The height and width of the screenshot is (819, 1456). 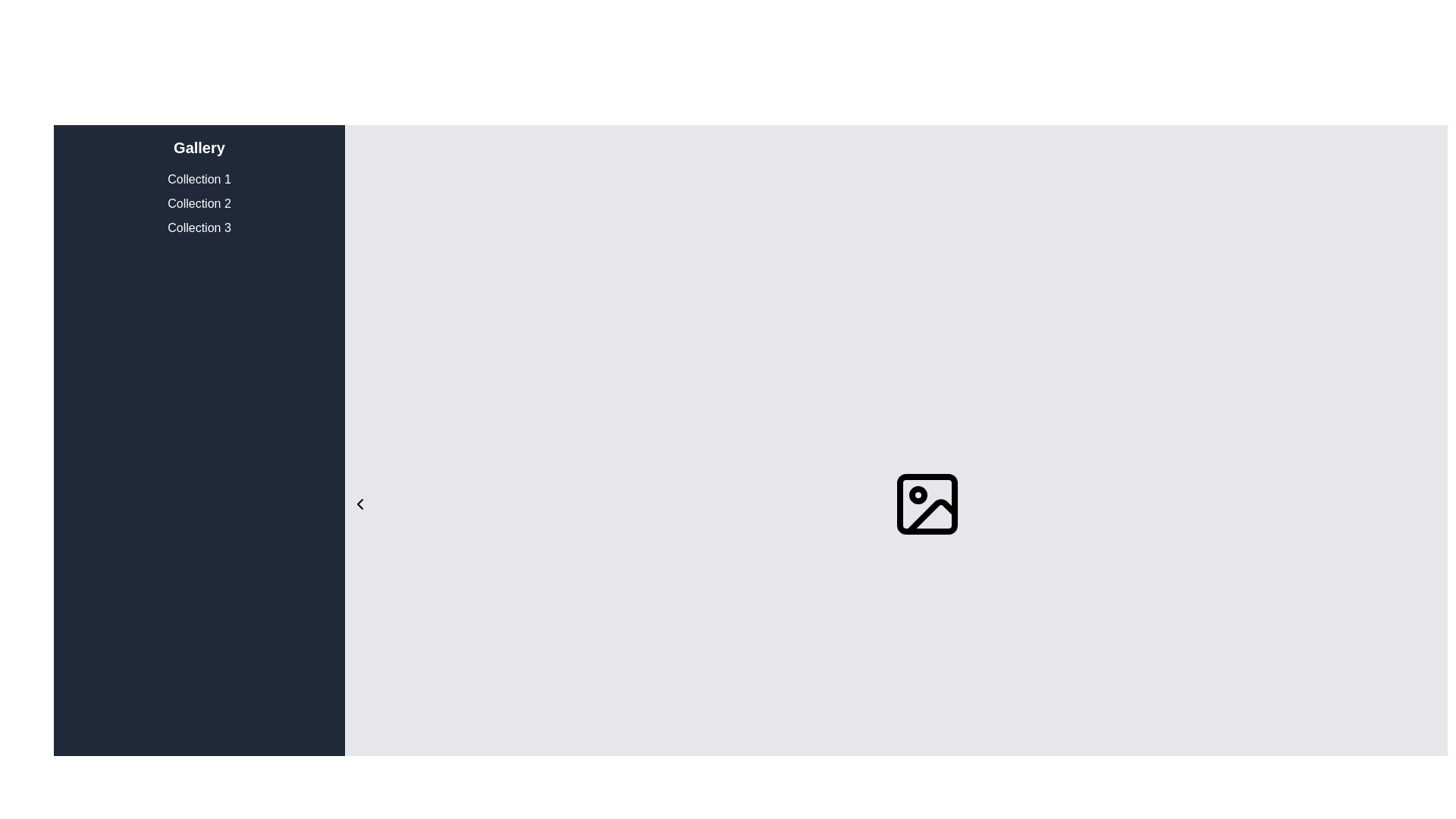 What do you see at coordinates (199, 227) in the screenshot?
I see `the List Item labeled 'Collection 3'` at bounding box center [199, 227].